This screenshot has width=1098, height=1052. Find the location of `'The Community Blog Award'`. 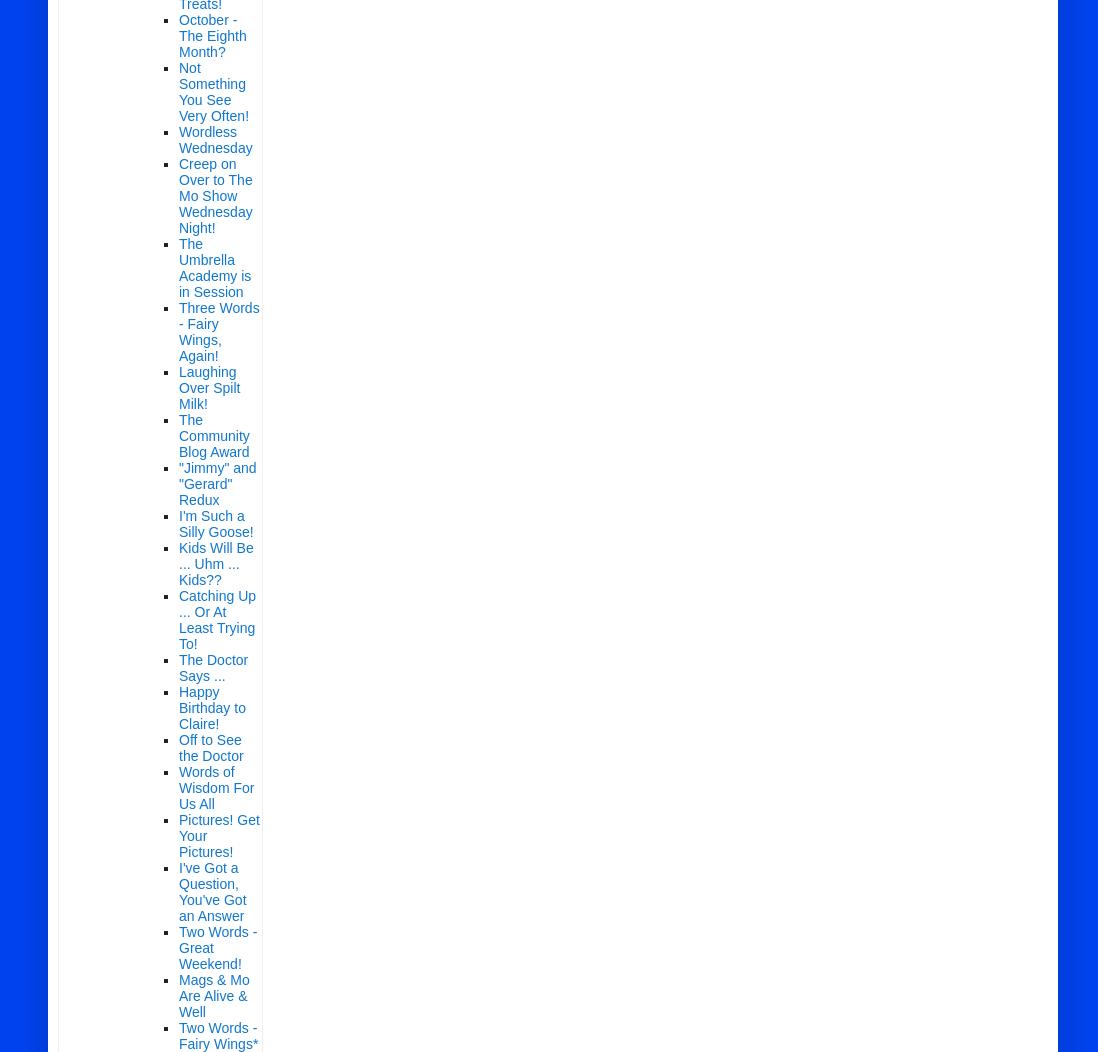

'The Community Blog Award' is located at coordinates (213, 434).